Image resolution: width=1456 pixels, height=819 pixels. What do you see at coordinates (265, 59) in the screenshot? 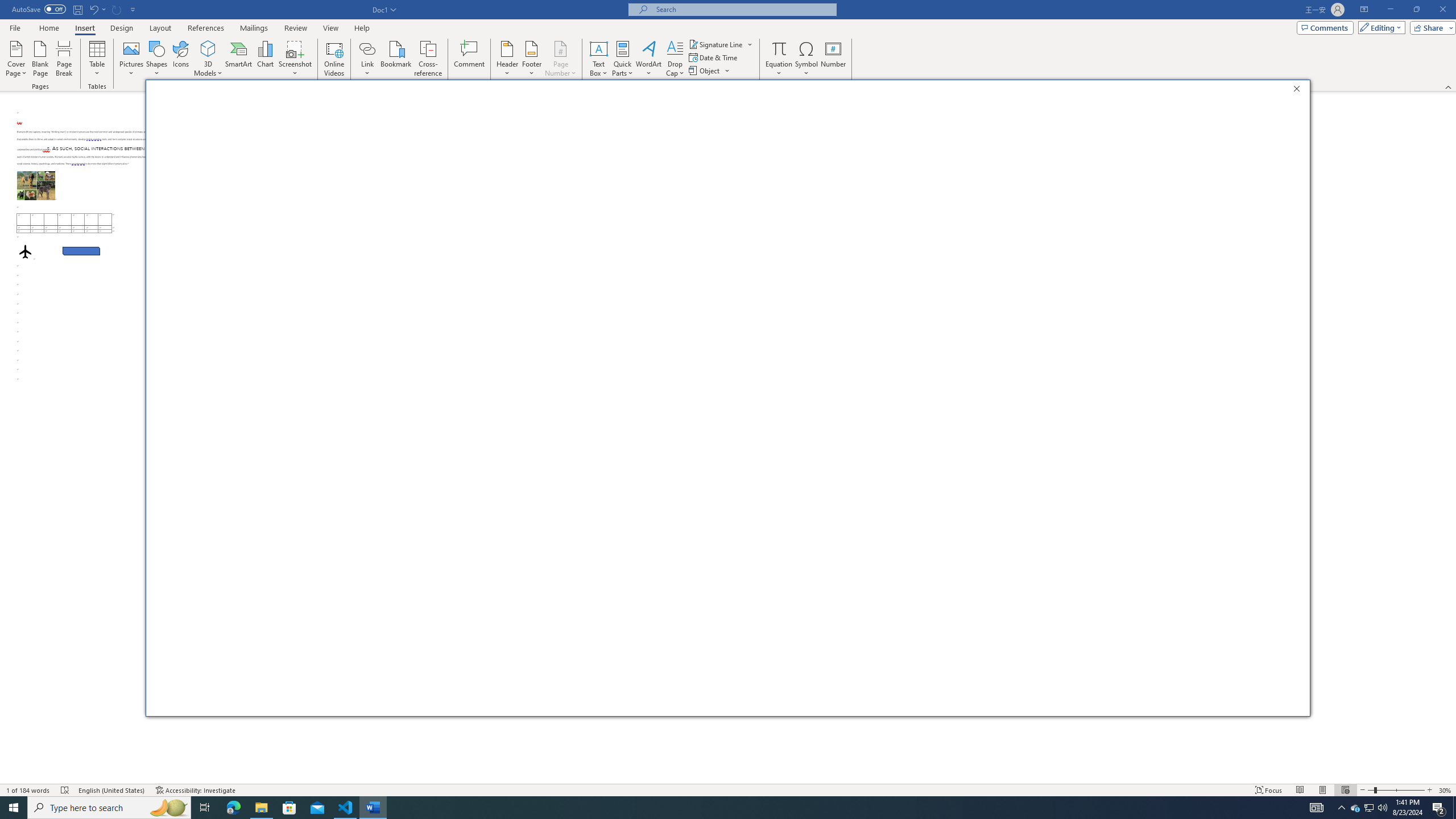
I see `'Chart...'` at bounding box center [265, 59].